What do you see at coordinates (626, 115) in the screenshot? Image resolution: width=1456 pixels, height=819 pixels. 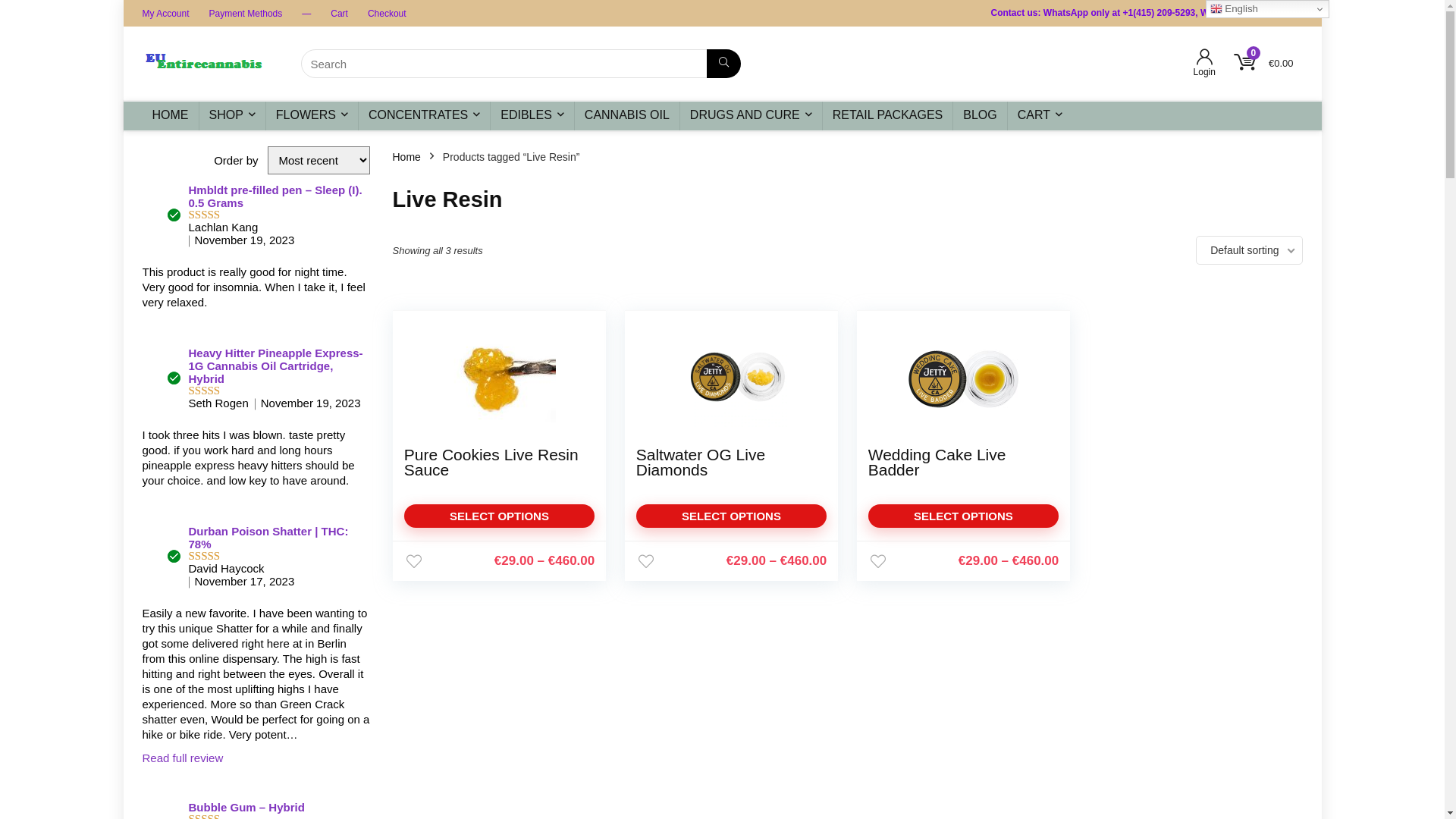 I see `'CANNABIS OIL'` at bounding box center [626, 115].